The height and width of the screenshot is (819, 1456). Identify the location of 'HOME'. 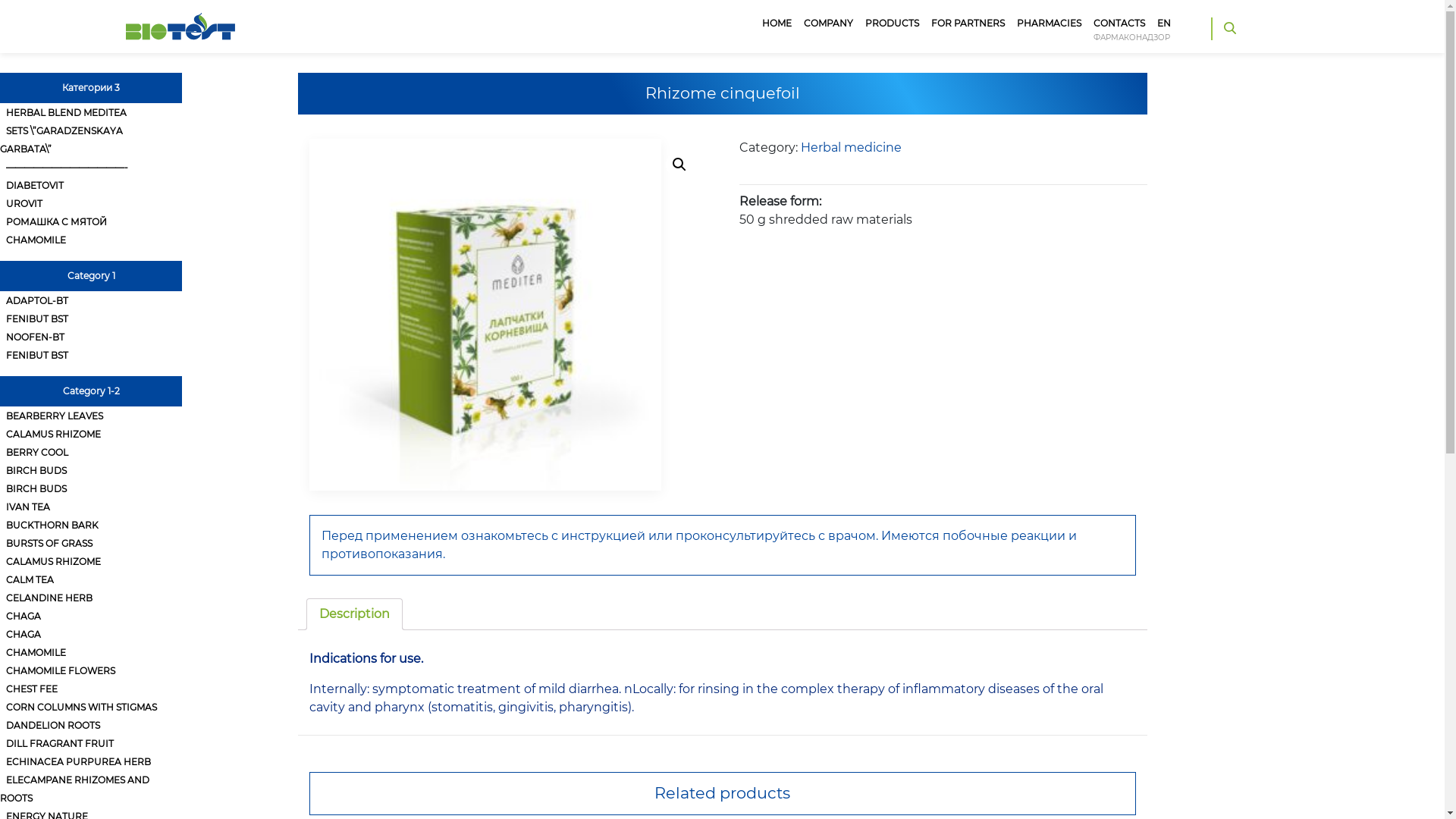
(777, 23).